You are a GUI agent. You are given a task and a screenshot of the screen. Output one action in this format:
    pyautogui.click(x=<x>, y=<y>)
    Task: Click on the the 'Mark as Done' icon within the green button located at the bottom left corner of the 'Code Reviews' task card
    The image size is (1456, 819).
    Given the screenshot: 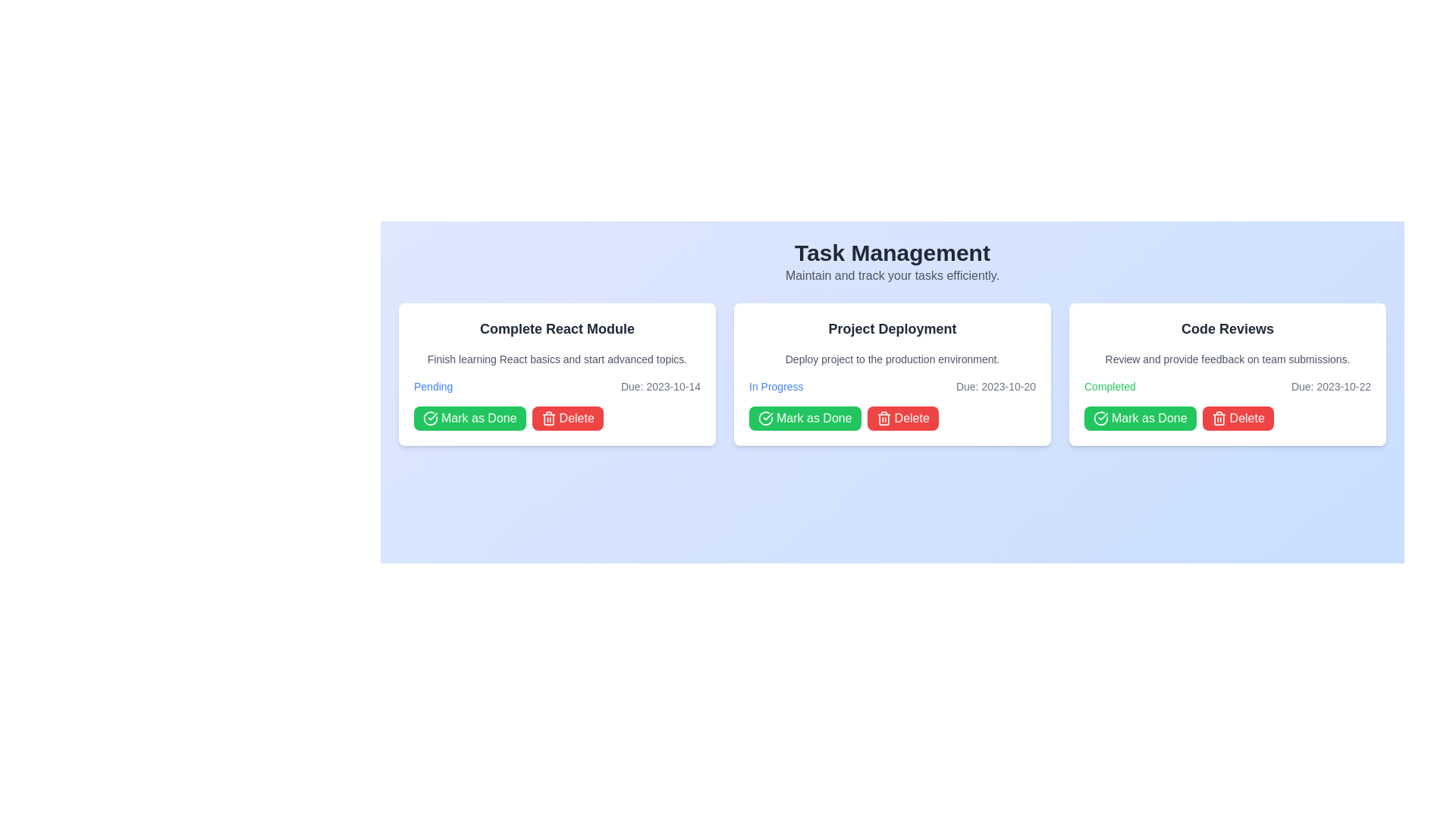 What is the action you would take?
    pyautogui.click(x=1100, y=418)
    